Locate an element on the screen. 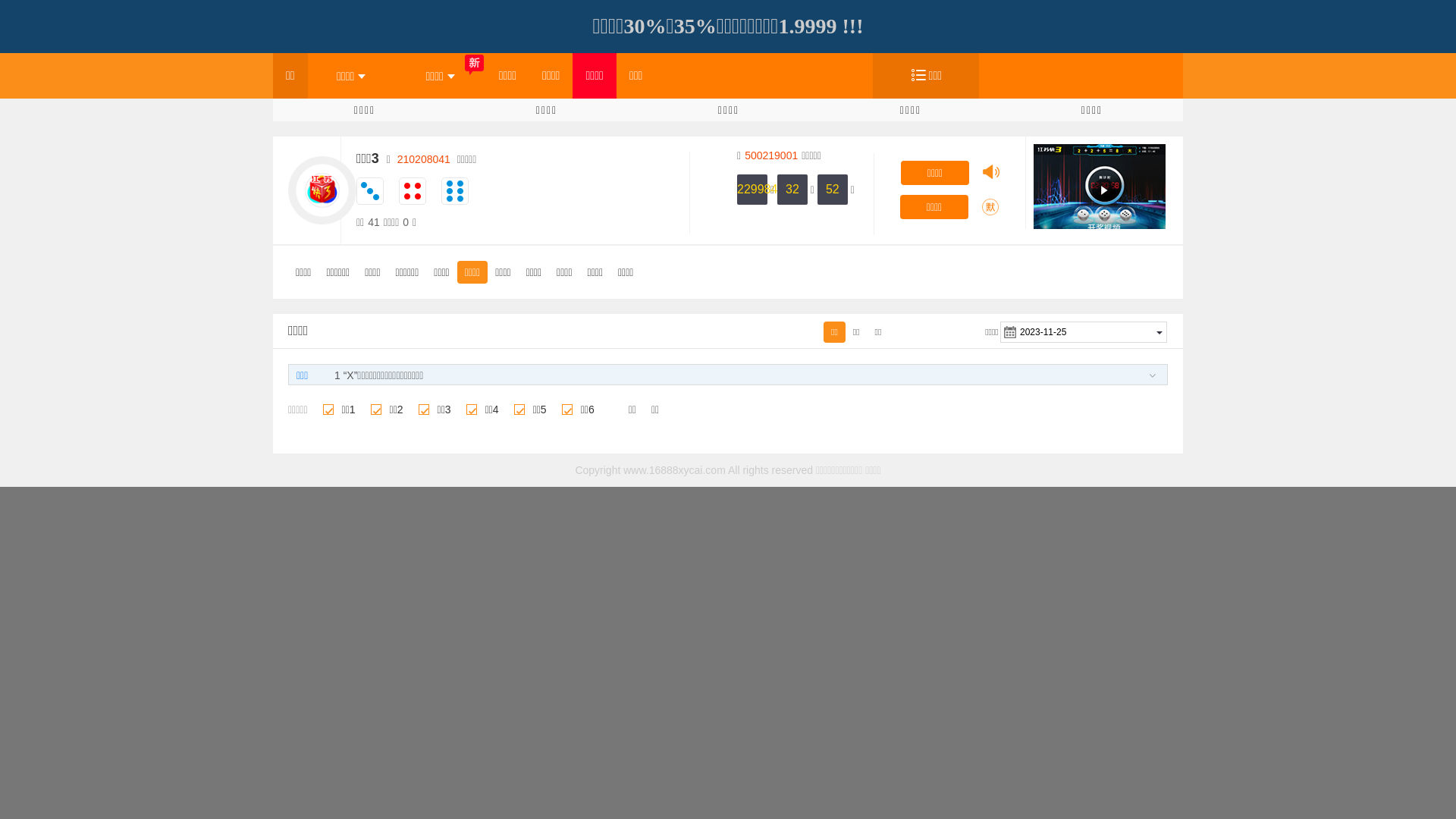 The width and height of the screenshot is (1456, 819). 'www.16888xycai.com' is located at coordinates (673, 469).